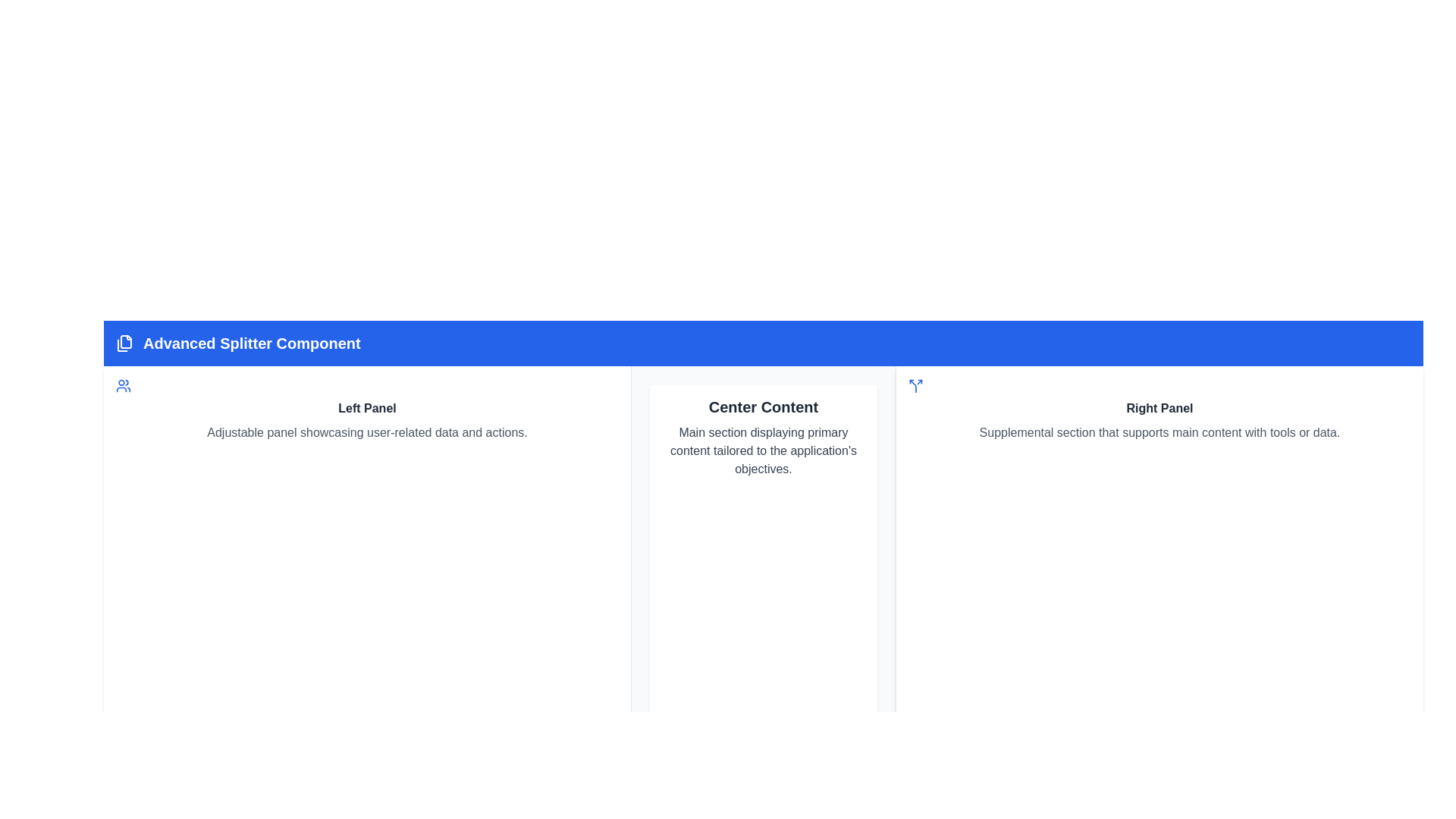  What do you see at coordinates (1159, 408) in the screenshot?
I see `the 'Right Panel' Label or Heading which displays the text in bold dark gray font, located in the rightmost third of the interface` at bounding box center [1159, 408].